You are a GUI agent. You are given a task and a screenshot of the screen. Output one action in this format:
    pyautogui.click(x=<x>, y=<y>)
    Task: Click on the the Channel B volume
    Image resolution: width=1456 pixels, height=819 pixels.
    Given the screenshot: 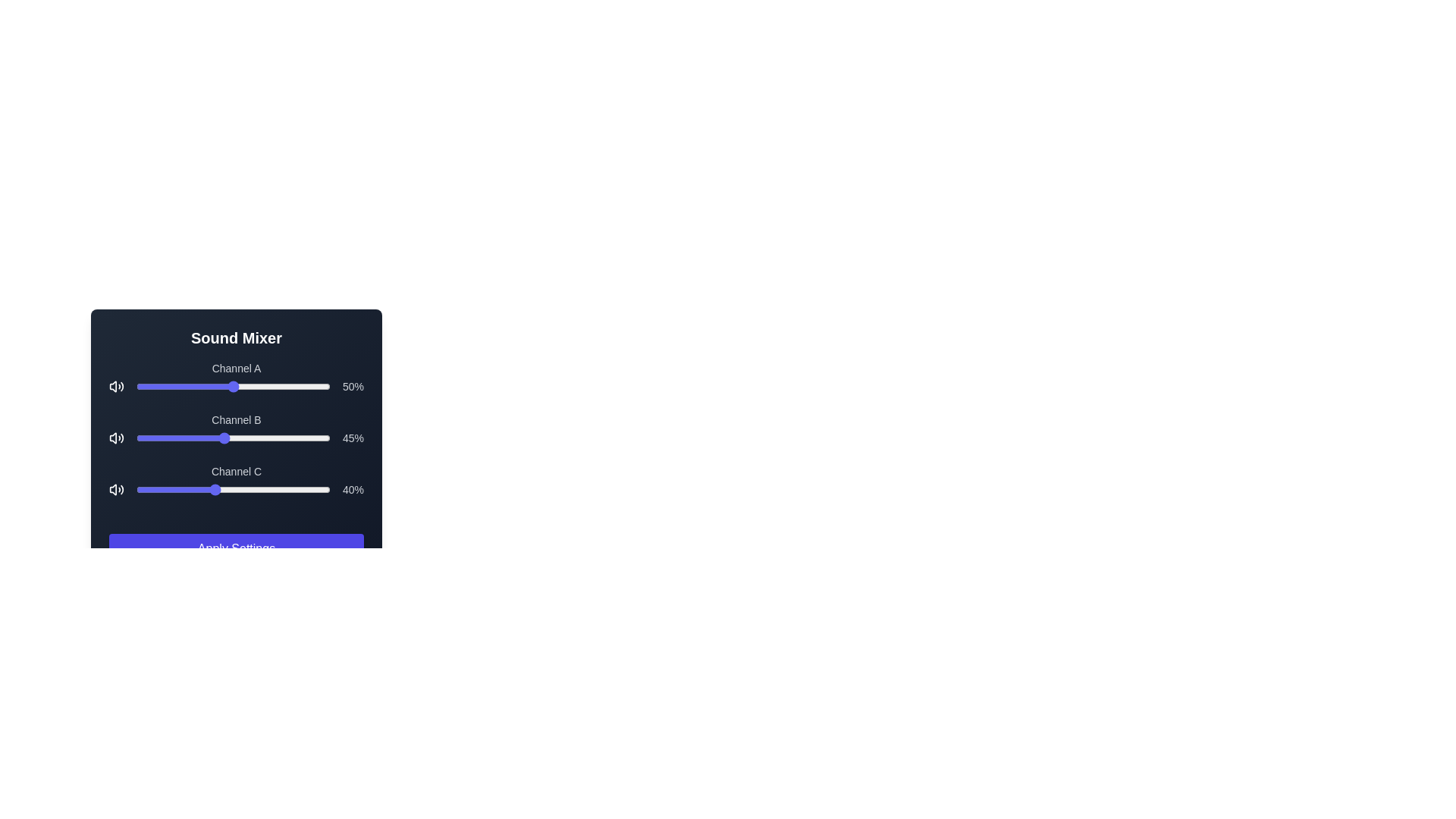 What is the action you would take?
    pyautogui.click(x=180, y=438)
    